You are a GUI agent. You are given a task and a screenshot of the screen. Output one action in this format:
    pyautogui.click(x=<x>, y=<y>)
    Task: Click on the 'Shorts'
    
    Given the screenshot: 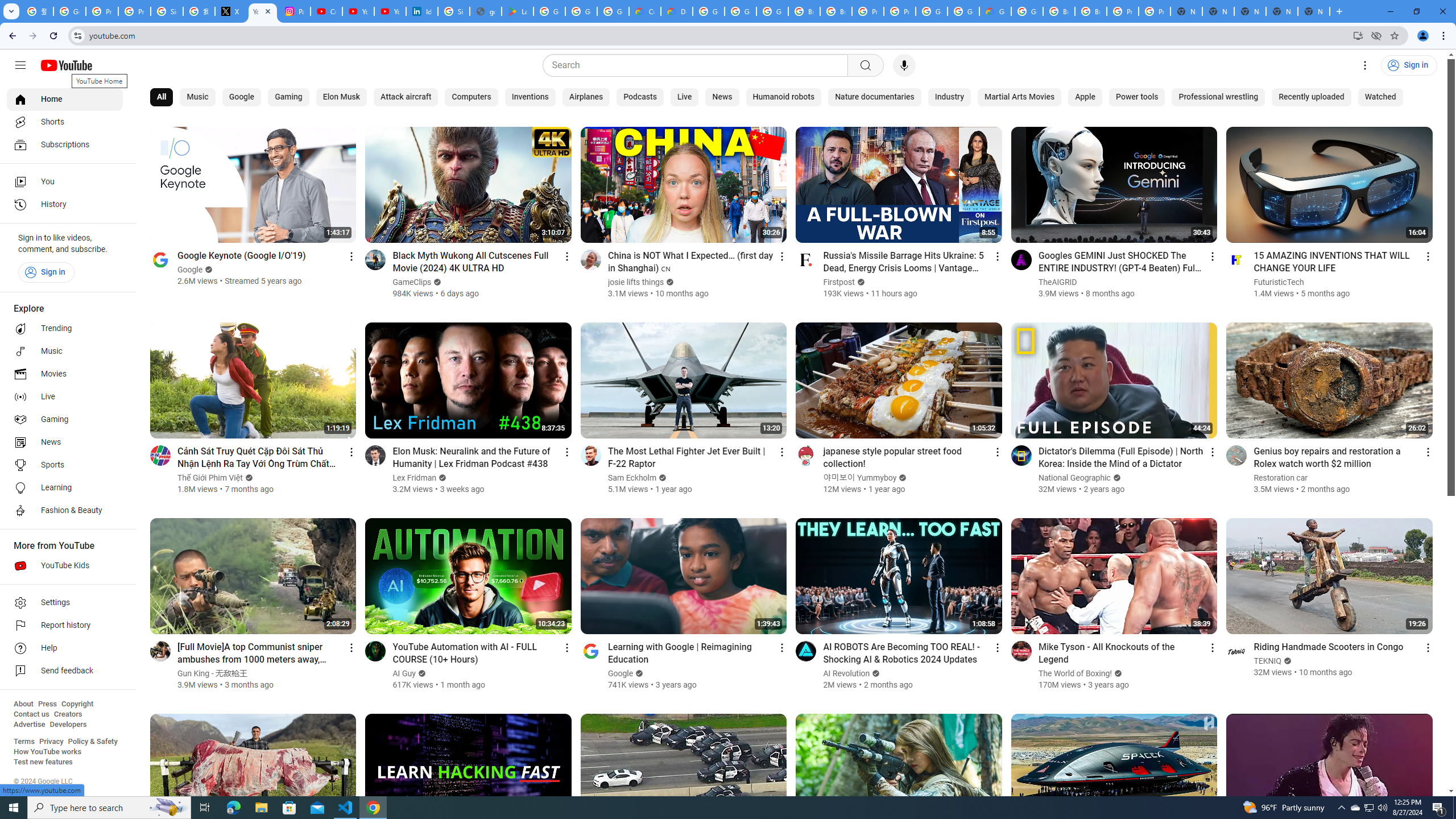 What is the action you would take?
    pyautogui.click(x=64, y=122)
    